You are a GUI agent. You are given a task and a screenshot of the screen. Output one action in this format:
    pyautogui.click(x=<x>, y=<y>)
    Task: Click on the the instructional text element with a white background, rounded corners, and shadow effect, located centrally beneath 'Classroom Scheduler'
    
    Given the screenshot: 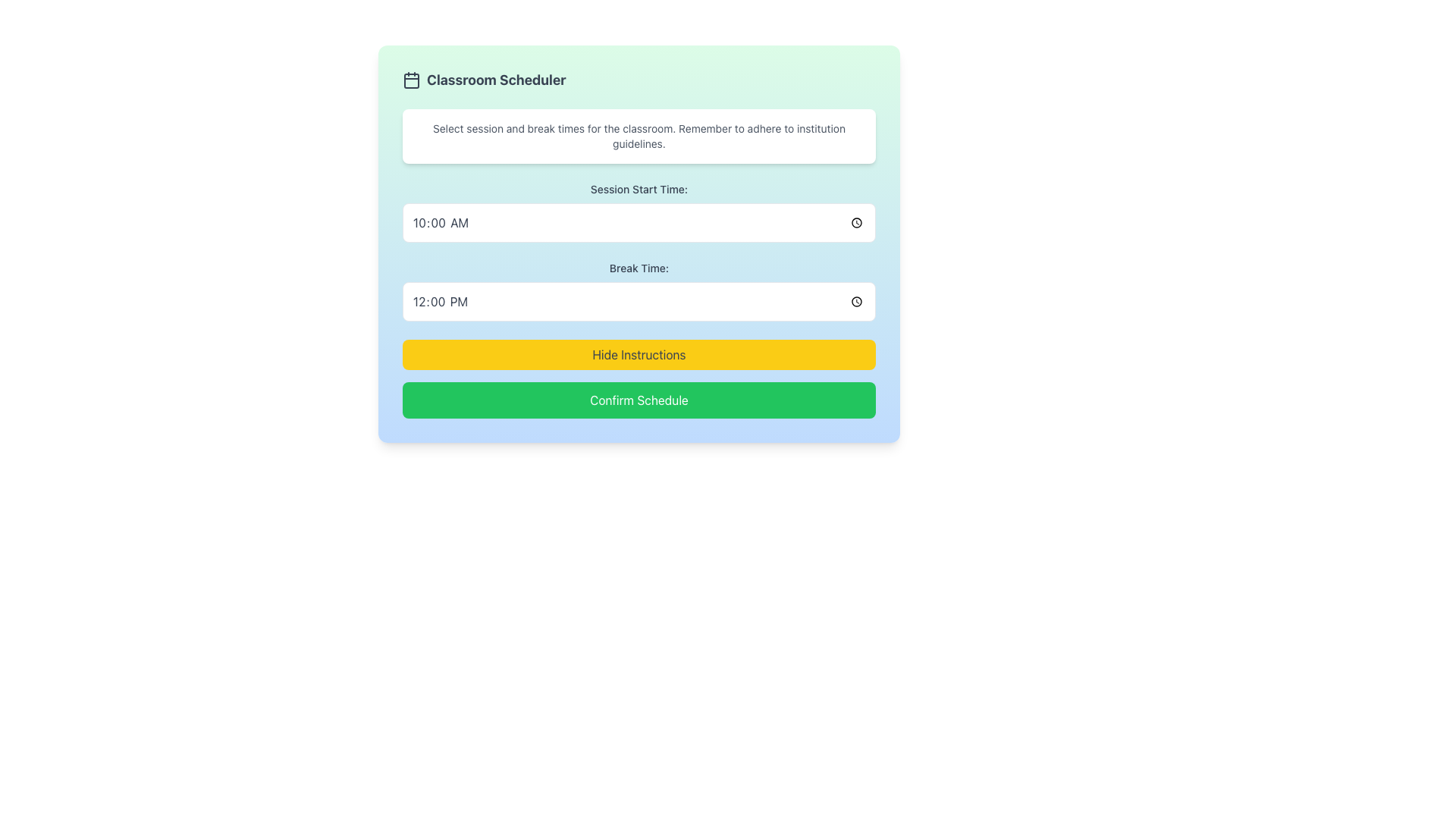 What is the action you would take?
    pyautogui.click(x=639, y=136)
    